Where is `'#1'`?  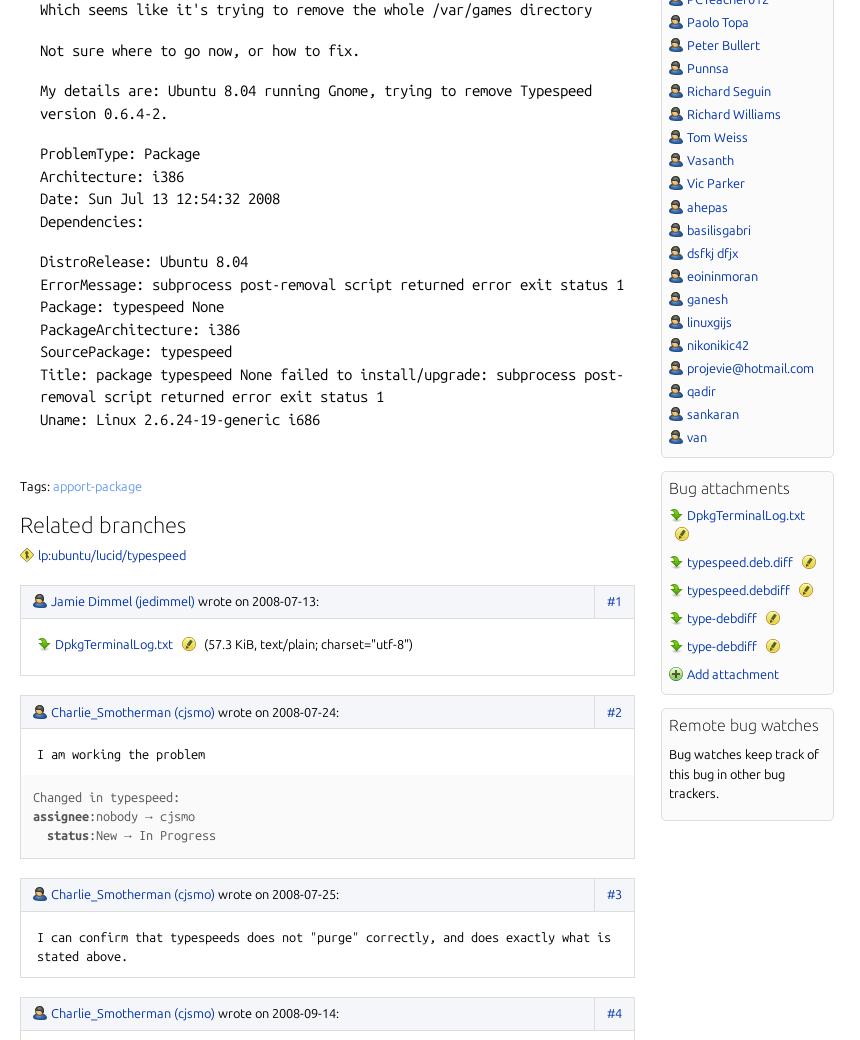
'#1' is located at coordinates (613, 598).